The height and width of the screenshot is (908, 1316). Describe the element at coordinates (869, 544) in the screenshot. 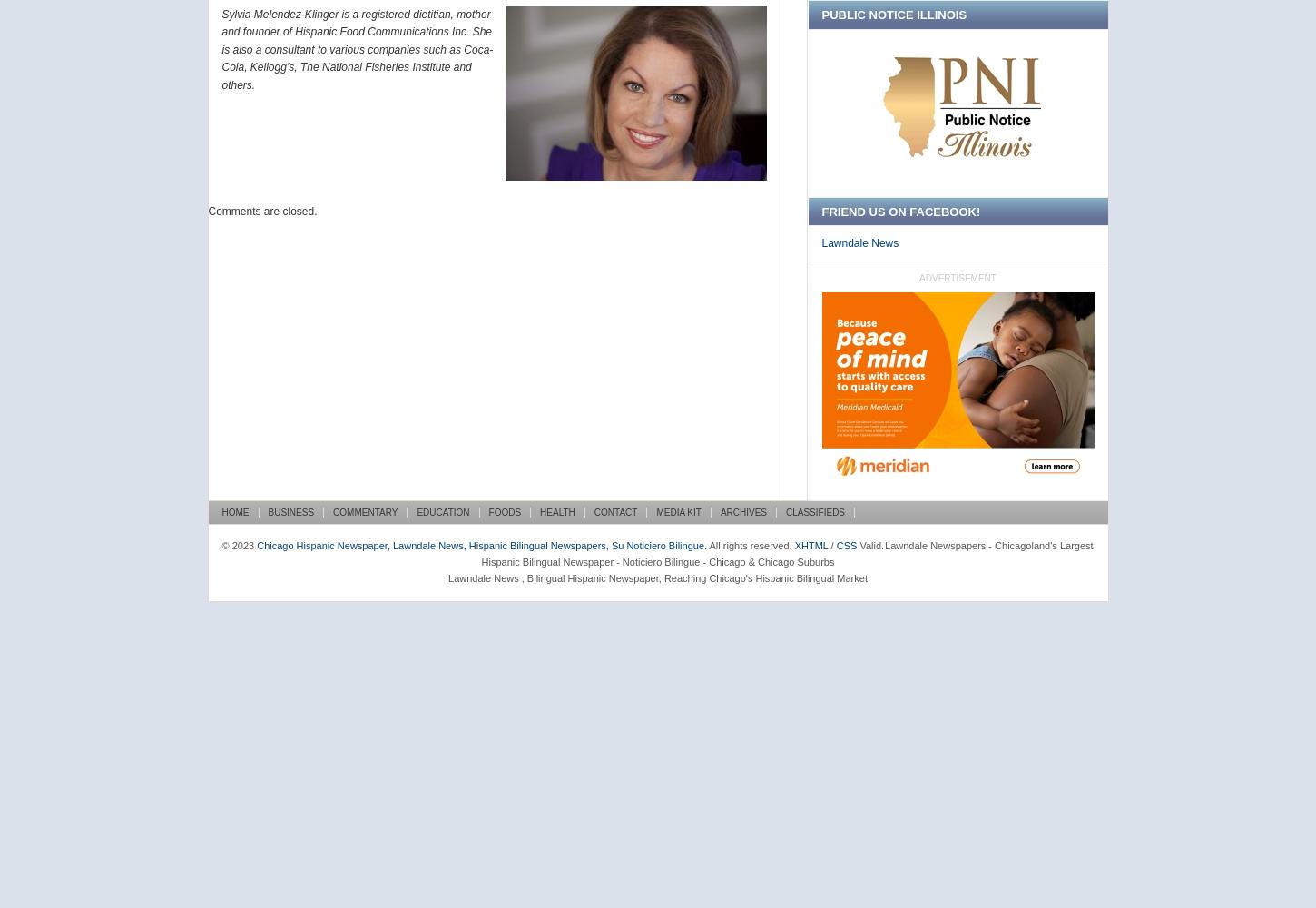

I see `'Valid.'` at that location.